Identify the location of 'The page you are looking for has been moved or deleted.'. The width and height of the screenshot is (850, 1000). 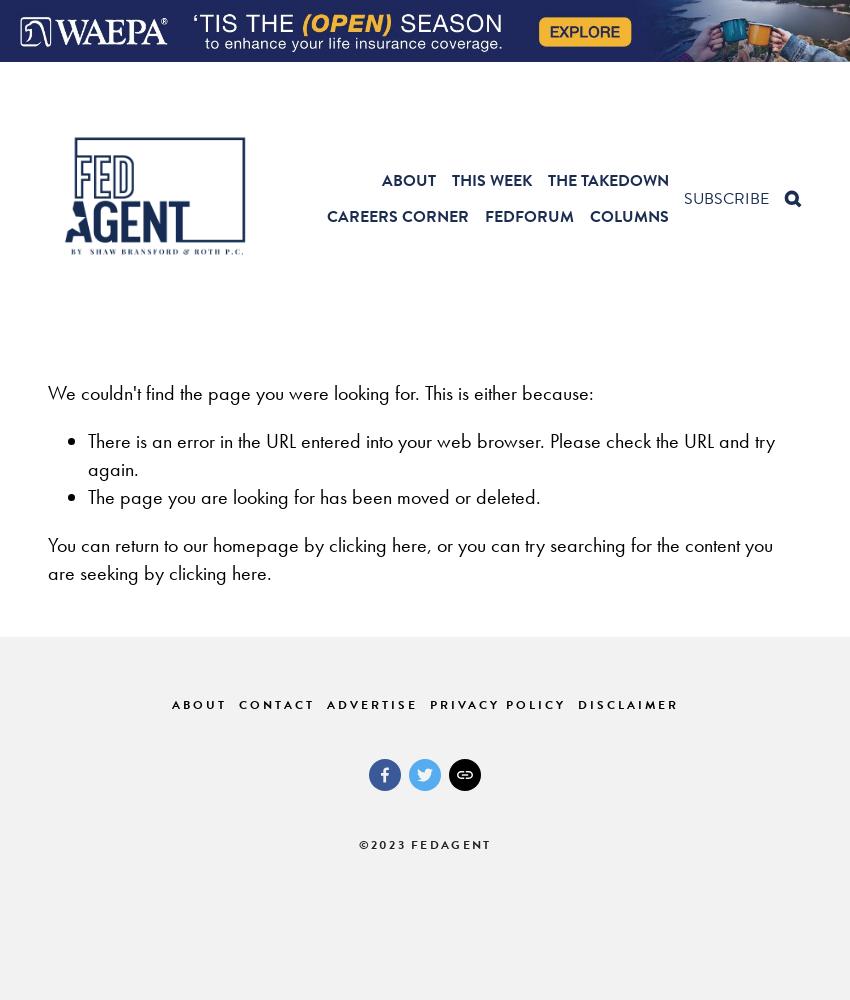
(86, 496).